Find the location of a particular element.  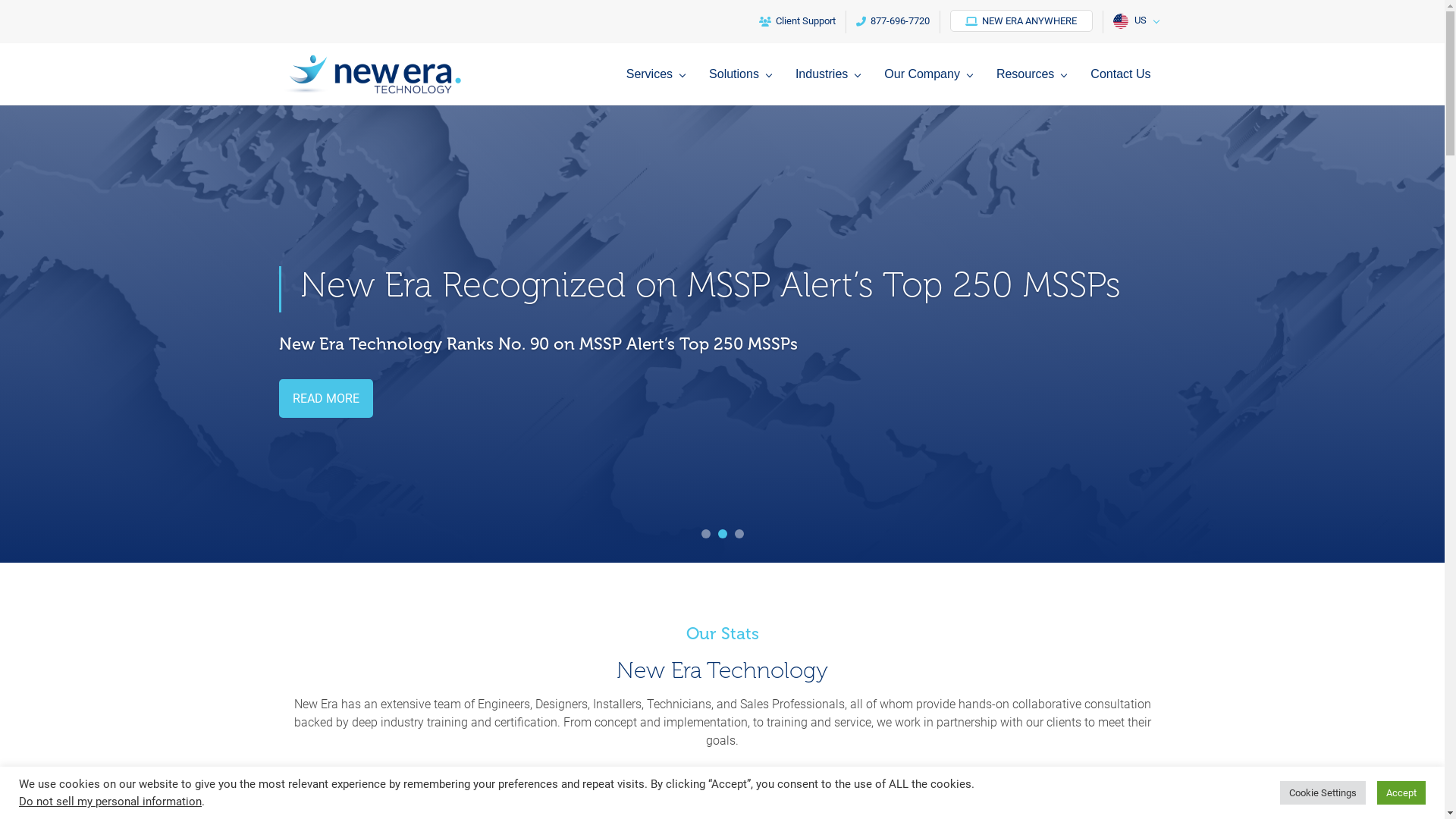

'2' is located at coordinates (716, 533).